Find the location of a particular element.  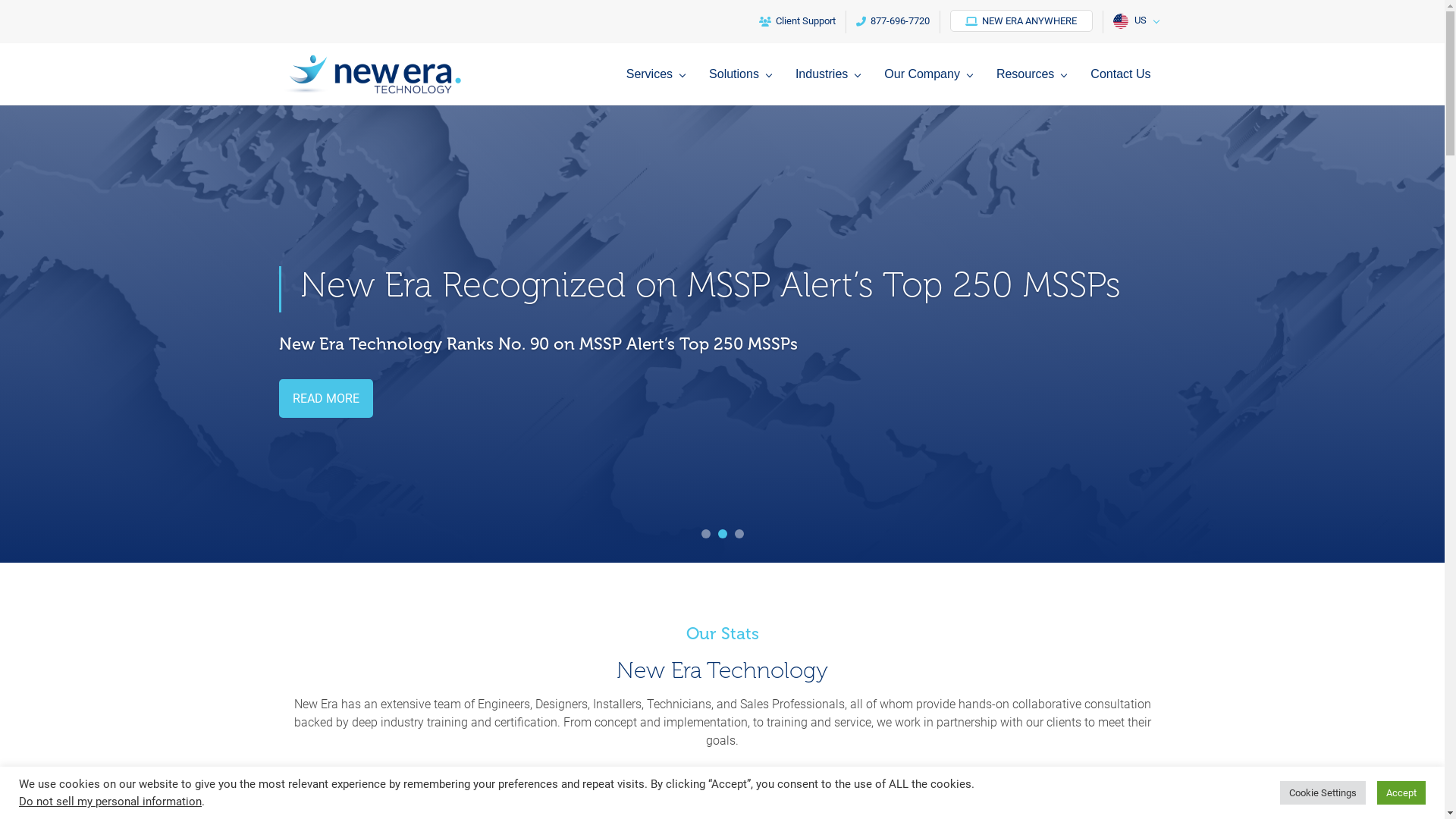

'2' is located at coordinates (716, 533).